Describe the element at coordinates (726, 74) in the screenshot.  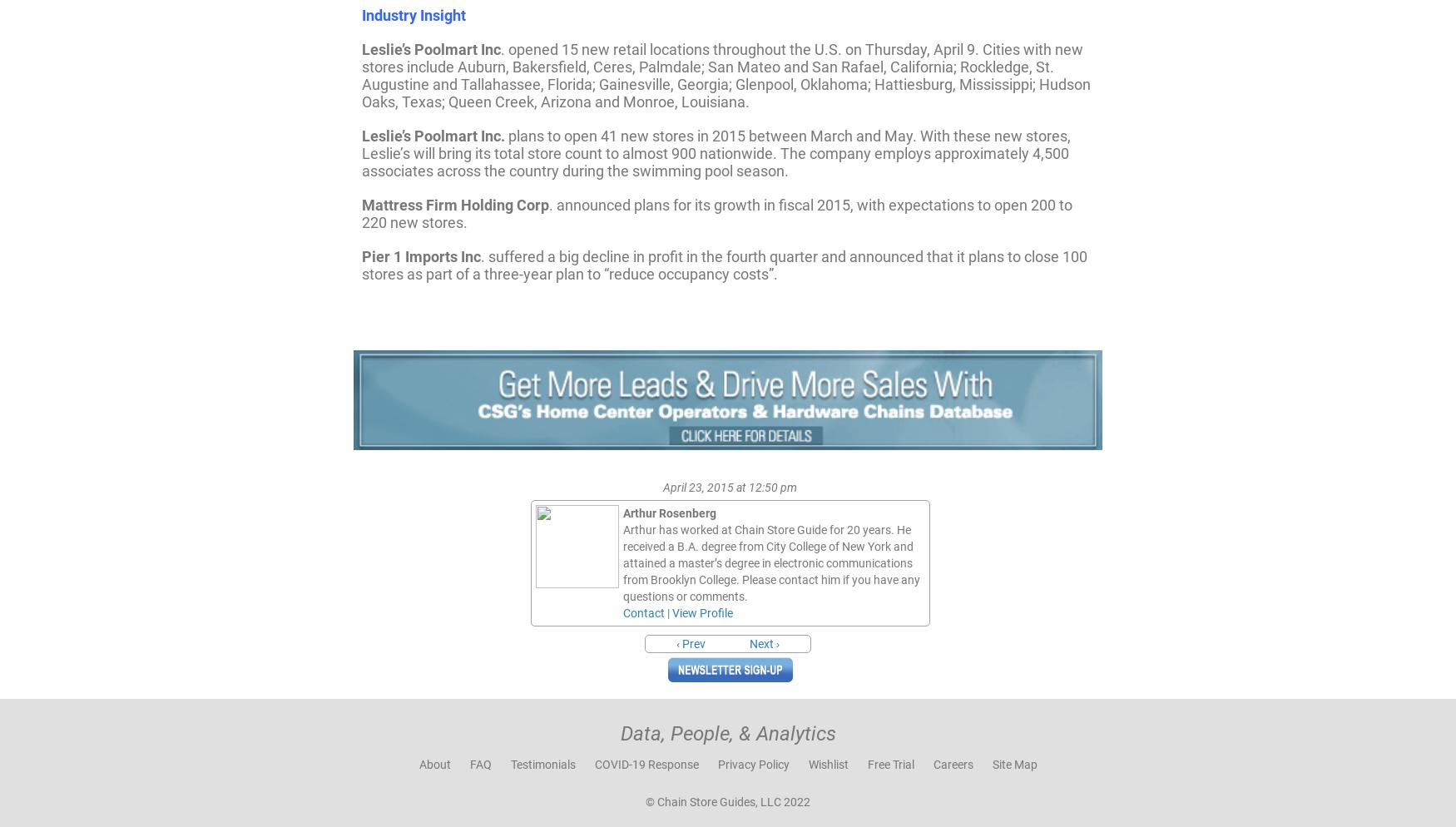
I see `'. opened 15 new retail locations throughout the U.S. on Thursday, April 9. Cities with new stores include Auburn, Bakersfield, Ceres, Palmdale; San Mateo and San Rafael, California; Rockledge, St. Augustine and Tallahassee, Florida; Gainesville, Georgia; Glenpool, Oklahoma; Hattiesburg, Mississippi; Hudson Oaks, Texas; Queen Creek, Arizona and Monroe, Louisiana.'` at that location.